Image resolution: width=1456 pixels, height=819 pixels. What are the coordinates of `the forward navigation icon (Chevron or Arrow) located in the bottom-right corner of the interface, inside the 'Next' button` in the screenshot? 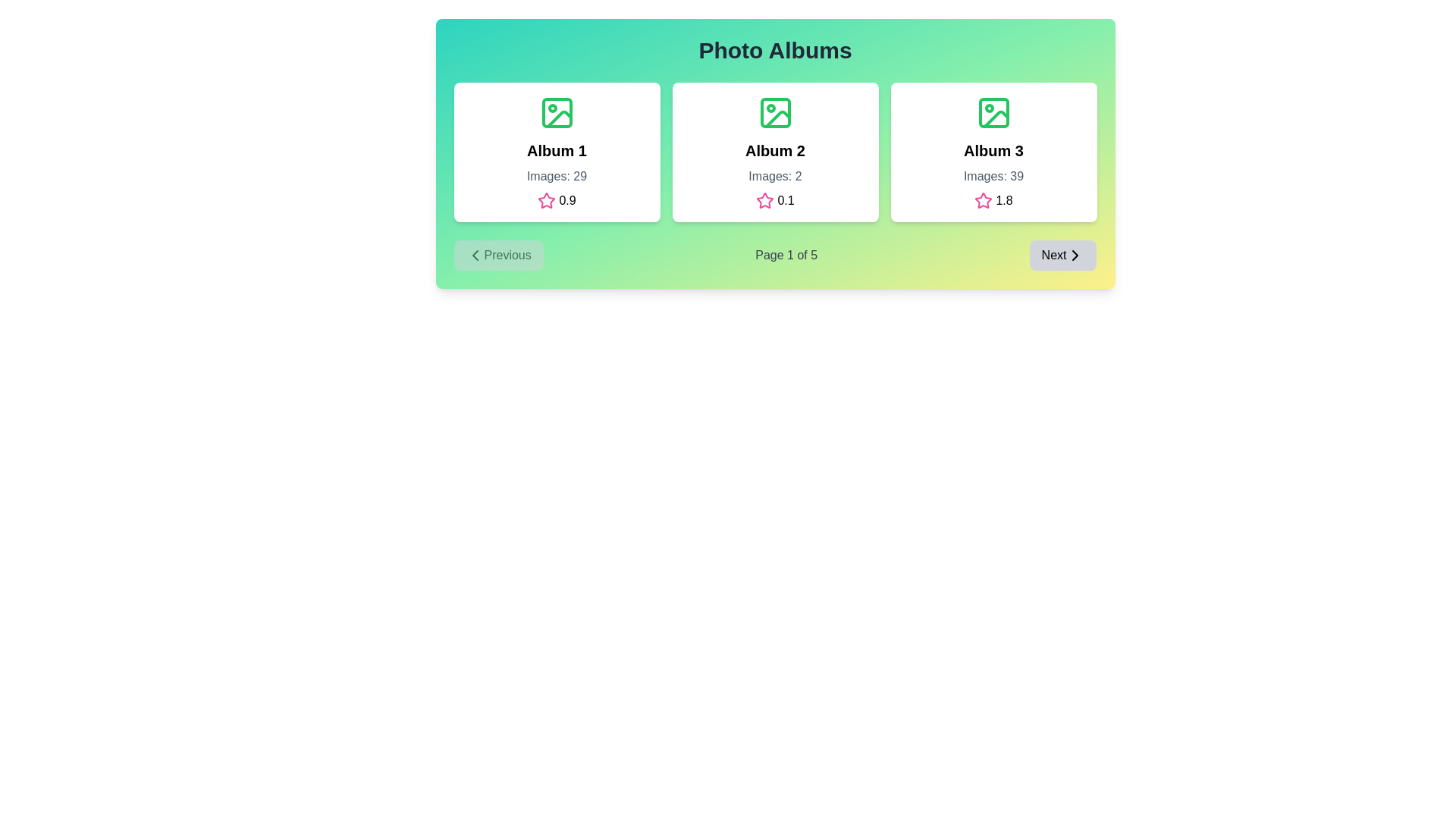 It's located at (1075, 254).